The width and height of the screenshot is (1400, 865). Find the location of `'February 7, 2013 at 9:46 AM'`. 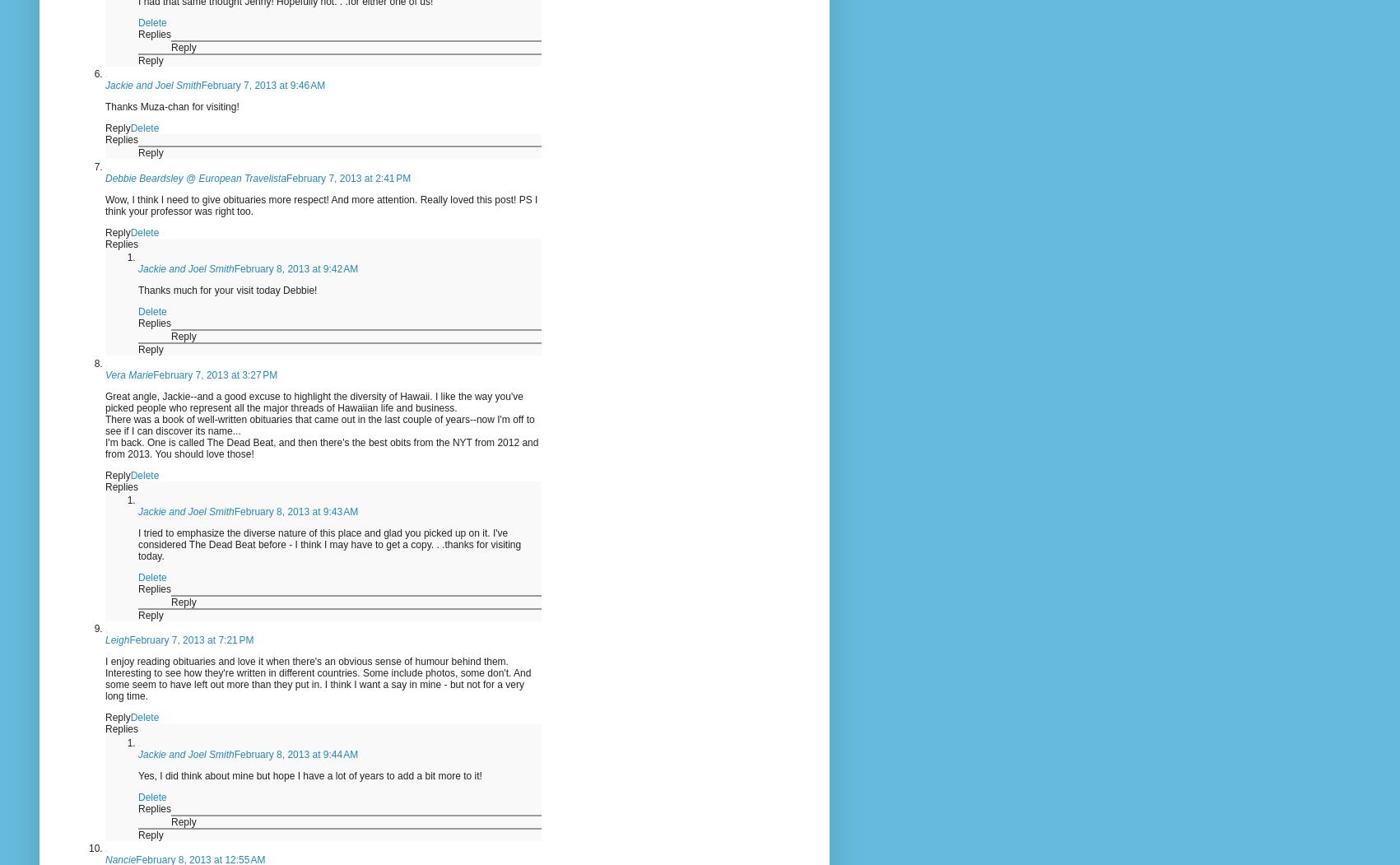

'February 7, 2013 at 9:46 AM' is located at coordinates (200, 86).